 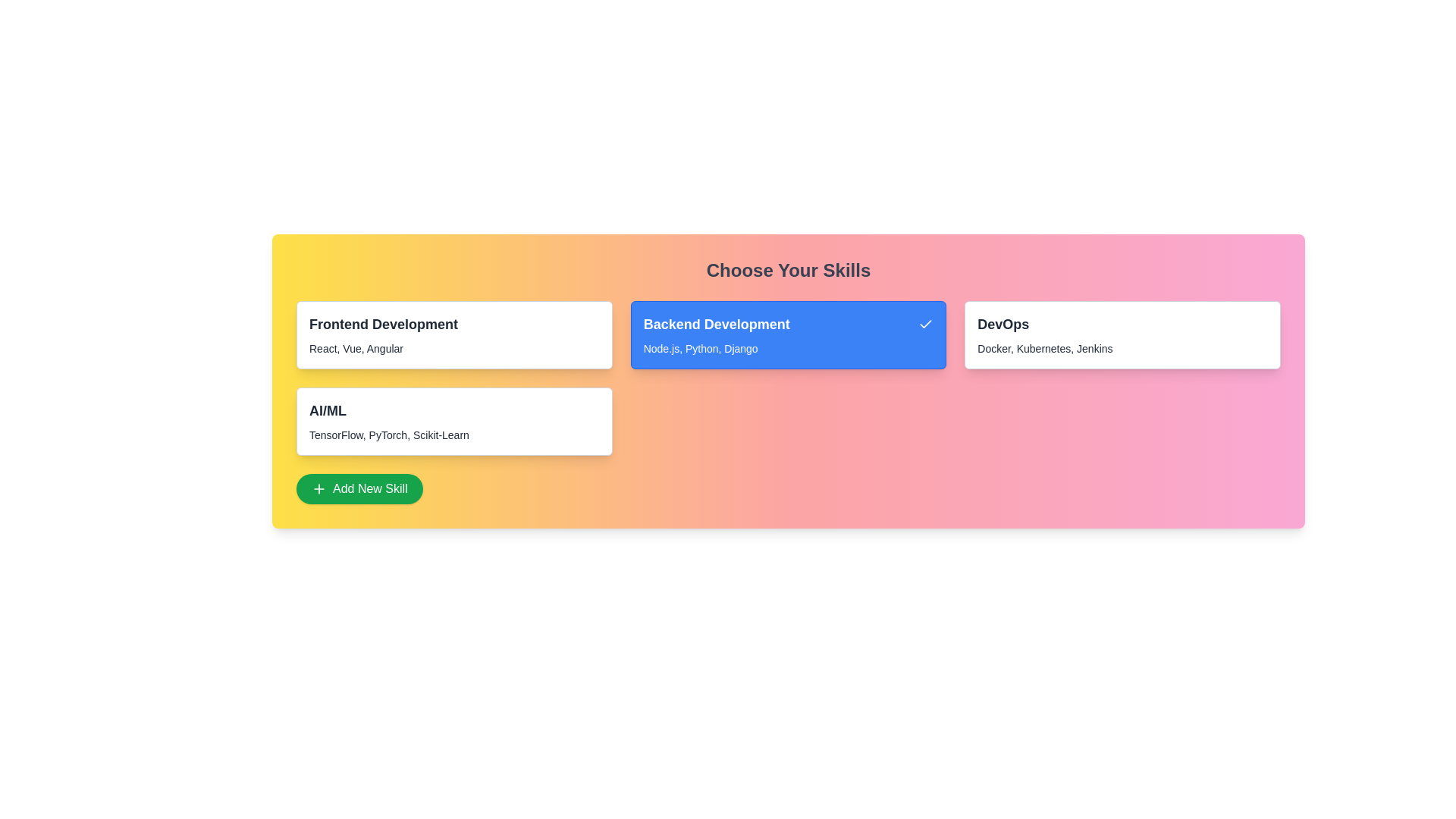 I want to click on the skill card labeled Backend Development, so click(x=789, y=334).